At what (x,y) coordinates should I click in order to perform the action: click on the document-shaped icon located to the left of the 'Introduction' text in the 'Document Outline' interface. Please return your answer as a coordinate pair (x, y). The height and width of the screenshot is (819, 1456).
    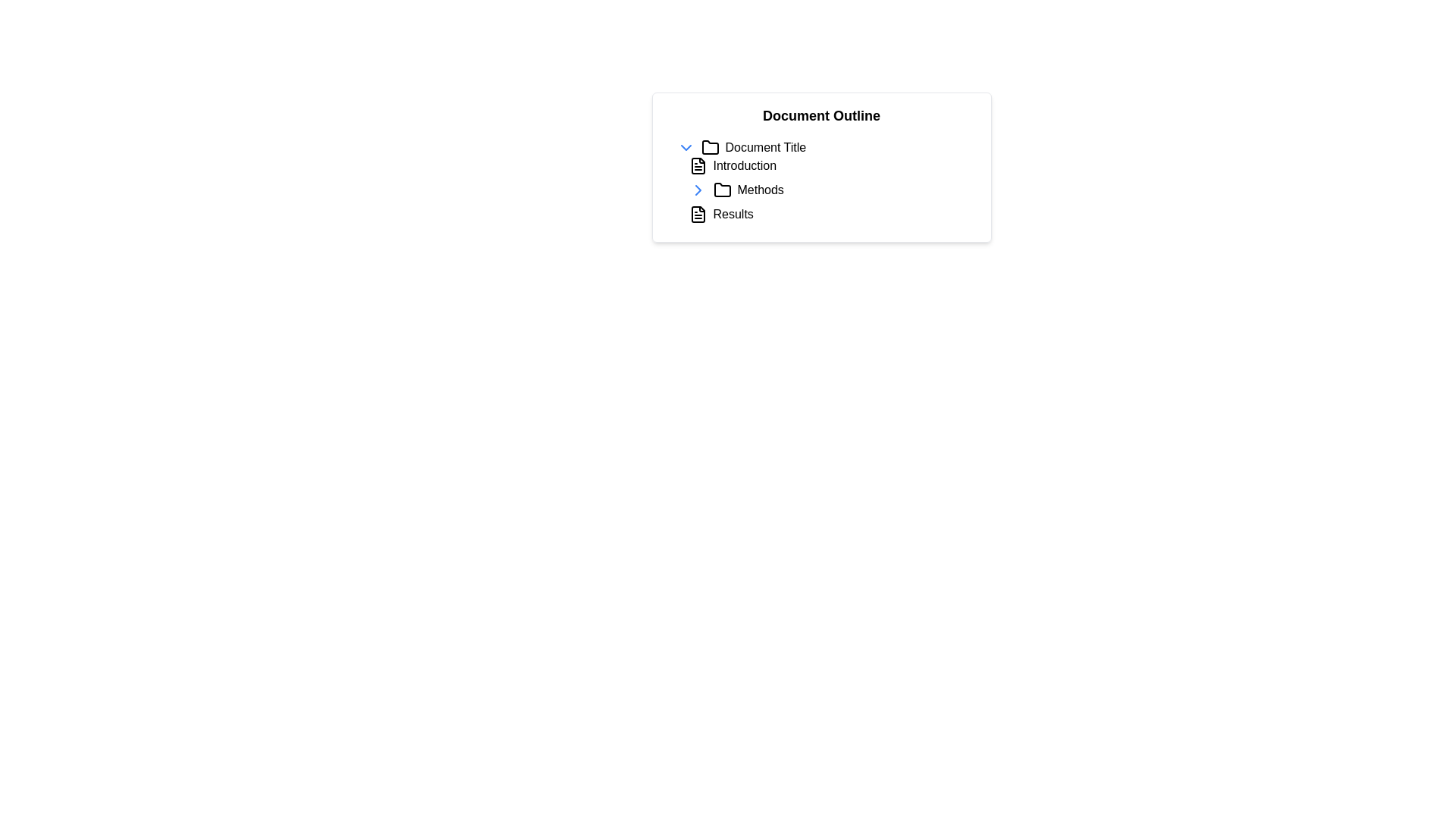
    Looking at the image, I should click on (697, 166).